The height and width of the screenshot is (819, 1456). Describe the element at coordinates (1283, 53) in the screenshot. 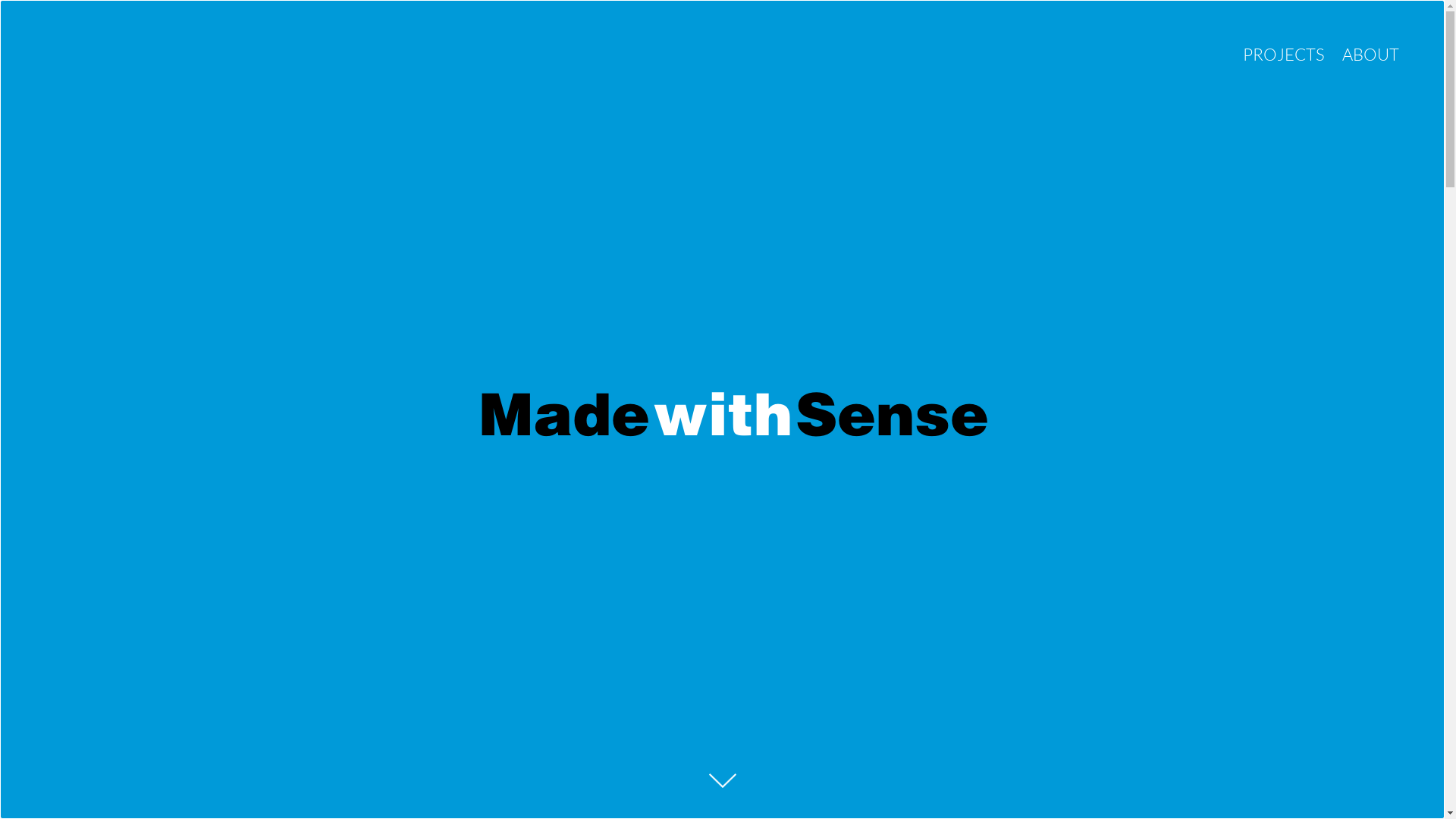

I see `'PROJECTS'` at that location.